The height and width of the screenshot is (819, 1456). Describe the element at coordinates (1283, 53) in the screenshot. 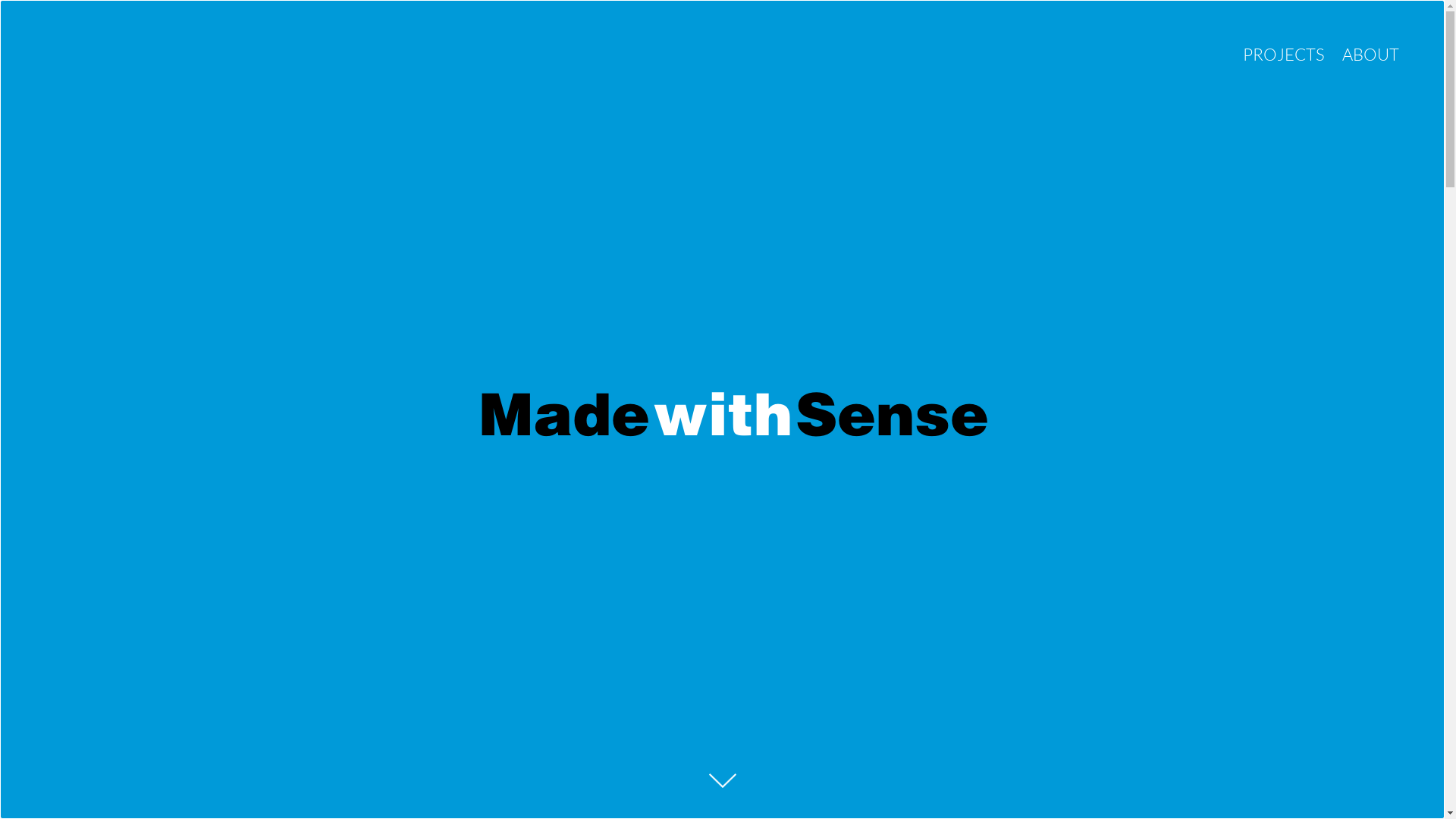

I see `'PROJECTS'` at that location.